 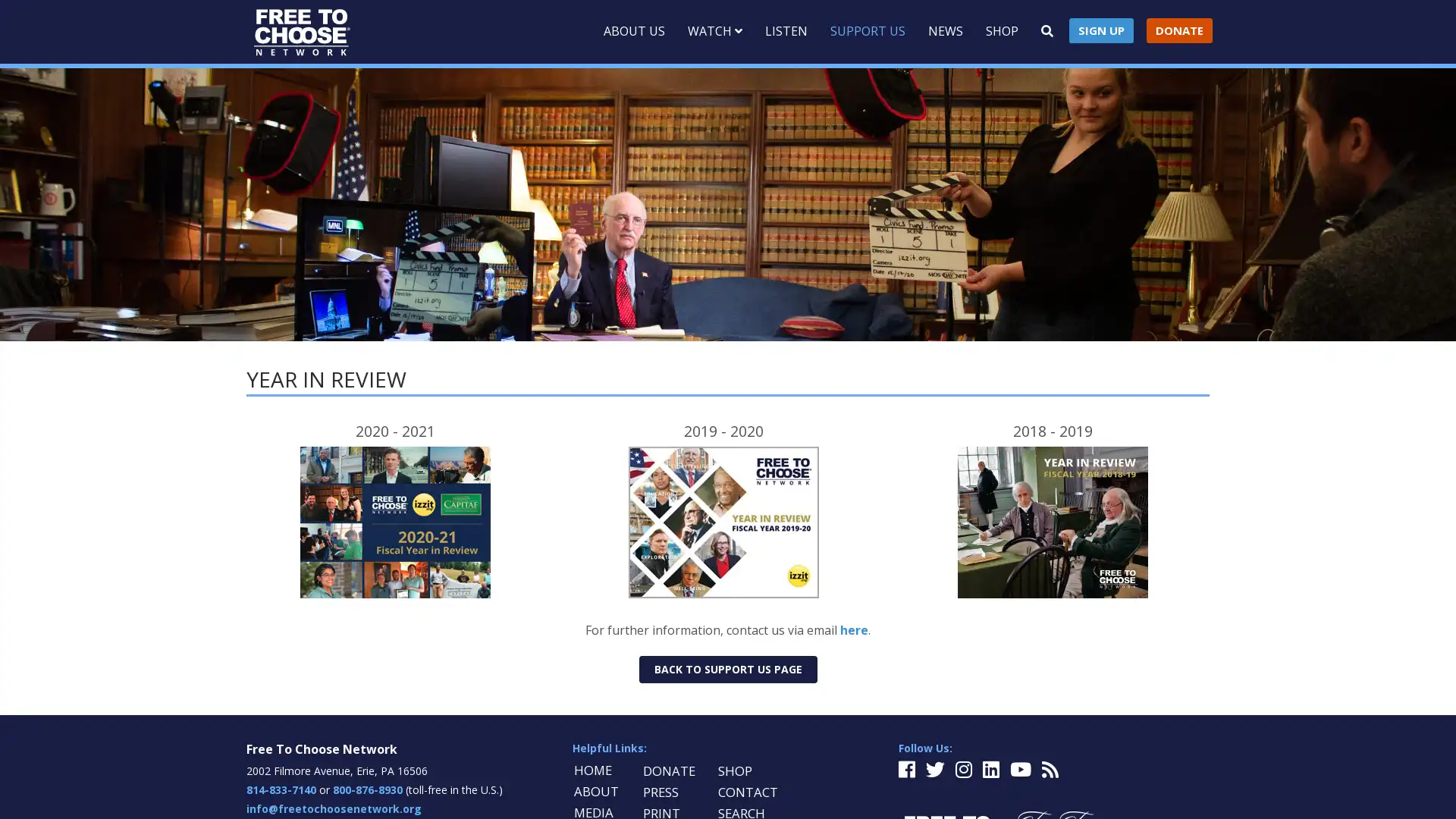 I want to click on BACK TO SUPPORT US PAGE, so click(x=726, y=668).